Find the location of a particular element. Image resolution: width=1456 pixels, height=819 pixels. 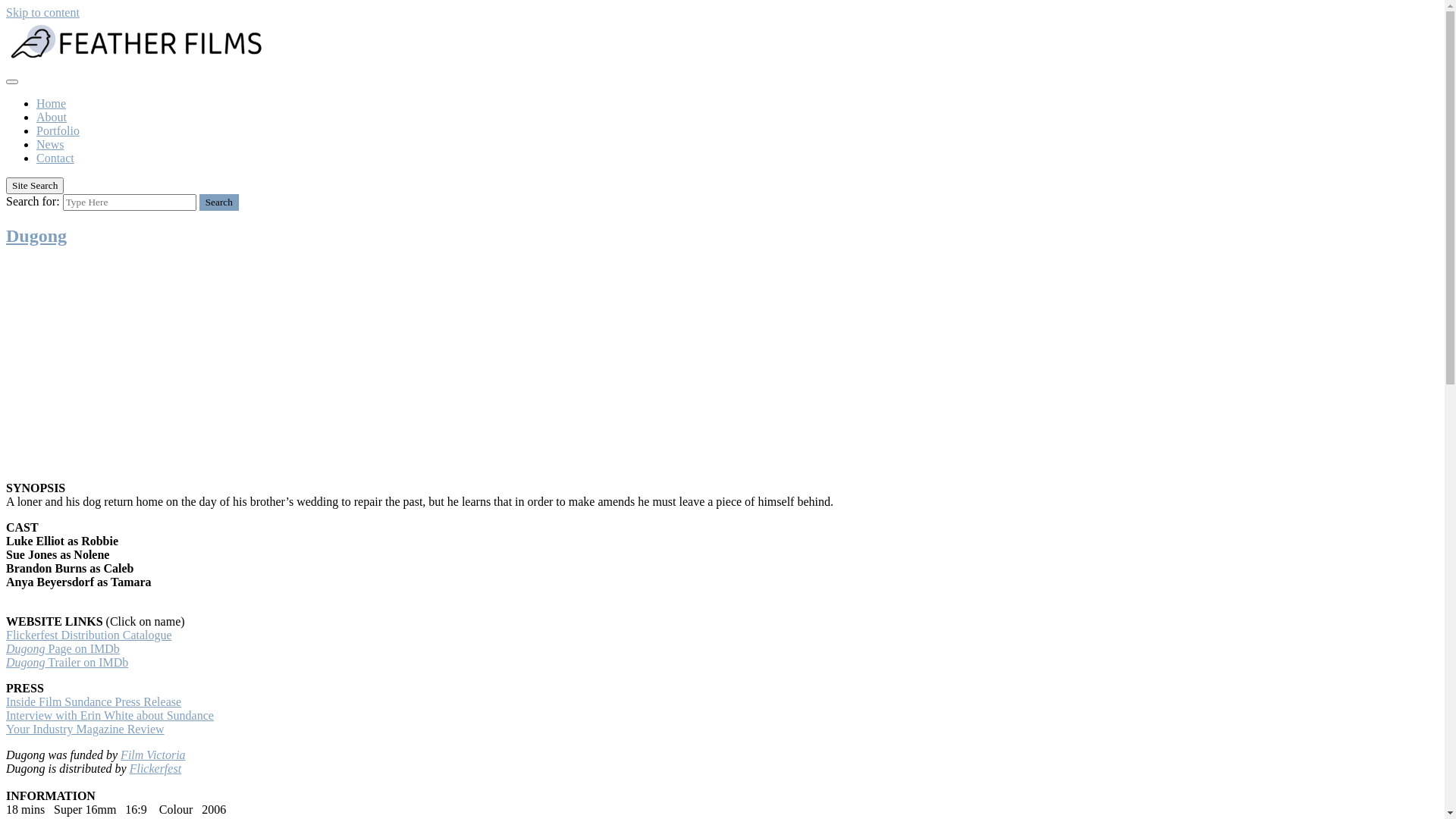

'Film Victoria' is located at coordinates (152, 755).